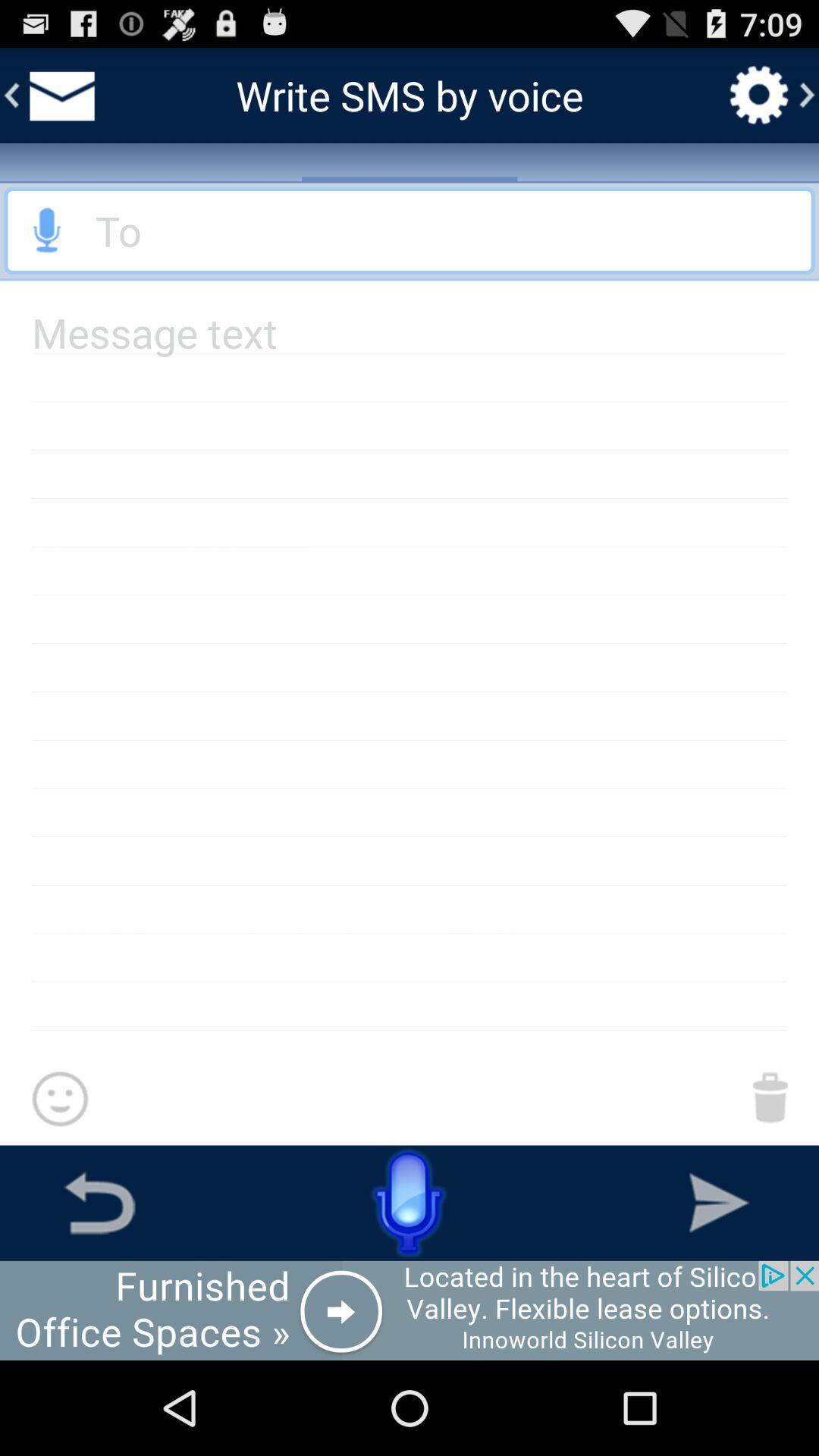 The width and height of the screenshot is (819, 1456). What do you see at coordinates (46, 230) in the screenshot?
I see `recipient by voice` at bounding box center [46, 230].